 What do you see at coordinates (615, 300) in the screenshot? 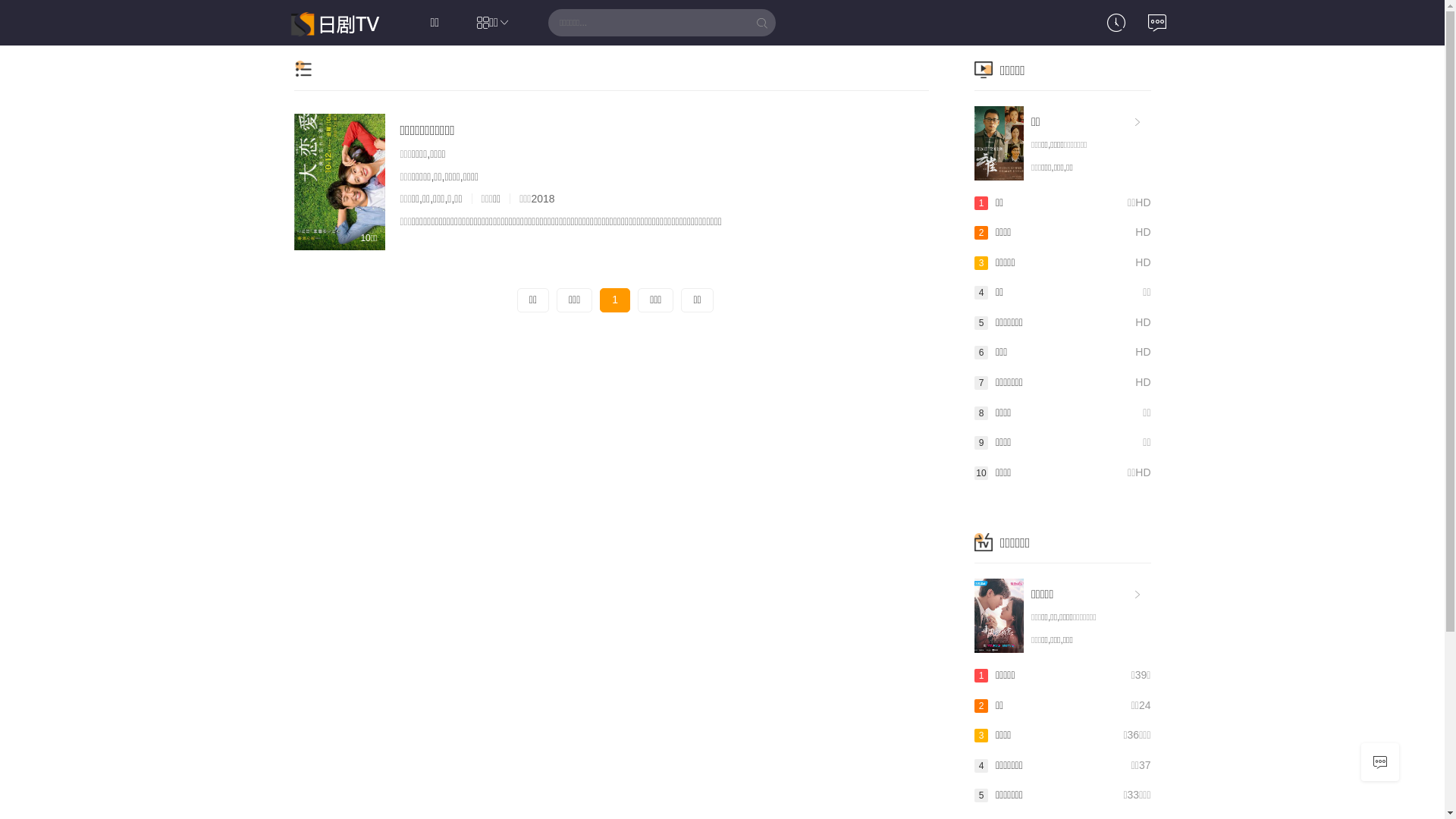
I see `'1'` at bounding box center [615, 300].